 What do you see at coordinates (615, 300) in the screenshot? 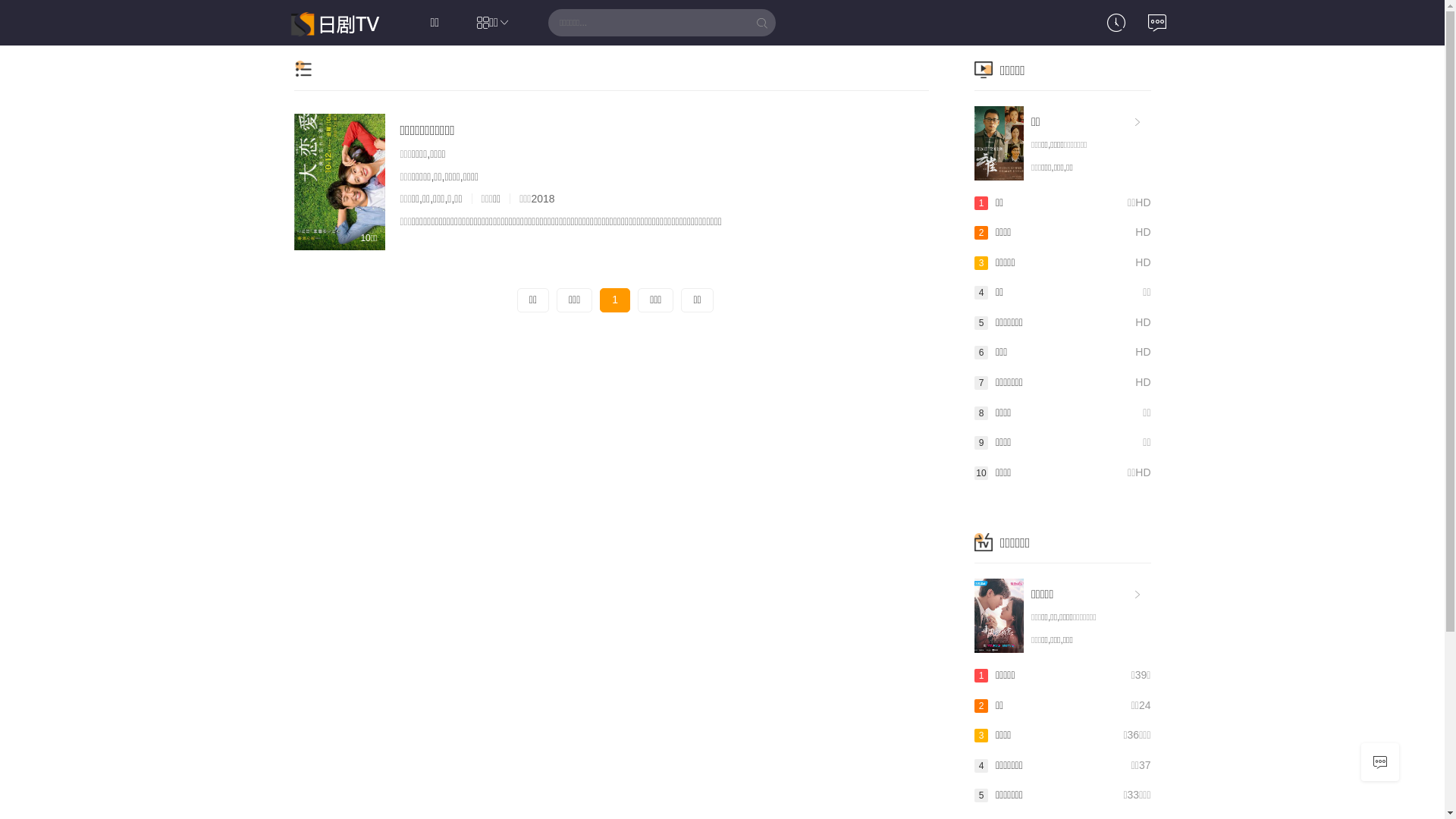
I see `'1'` at bounding box center [615, 300].